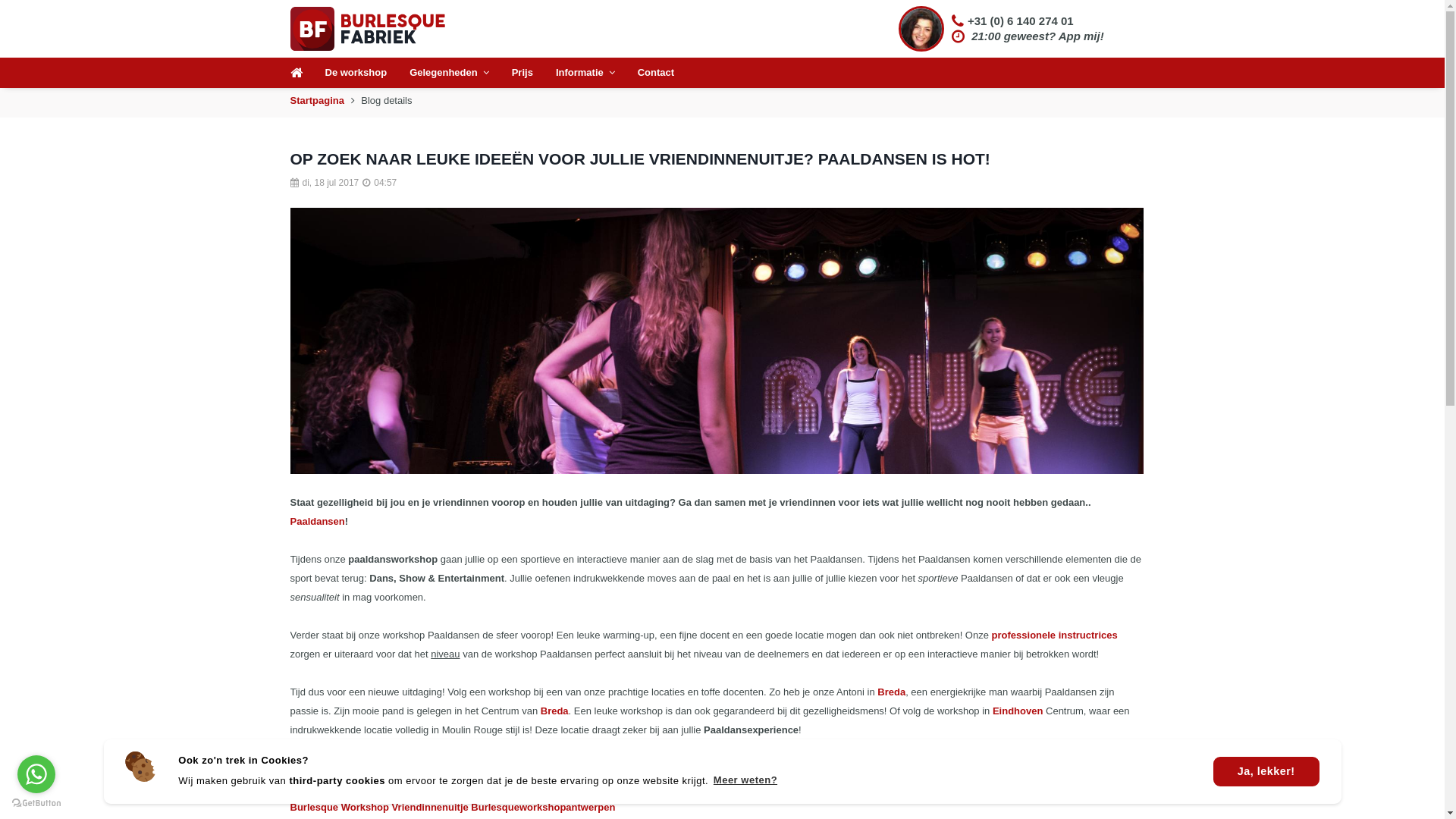 This screenshot has width=1456, height=819. I want to click on 'professionele instructrices', so click(1054, 635).